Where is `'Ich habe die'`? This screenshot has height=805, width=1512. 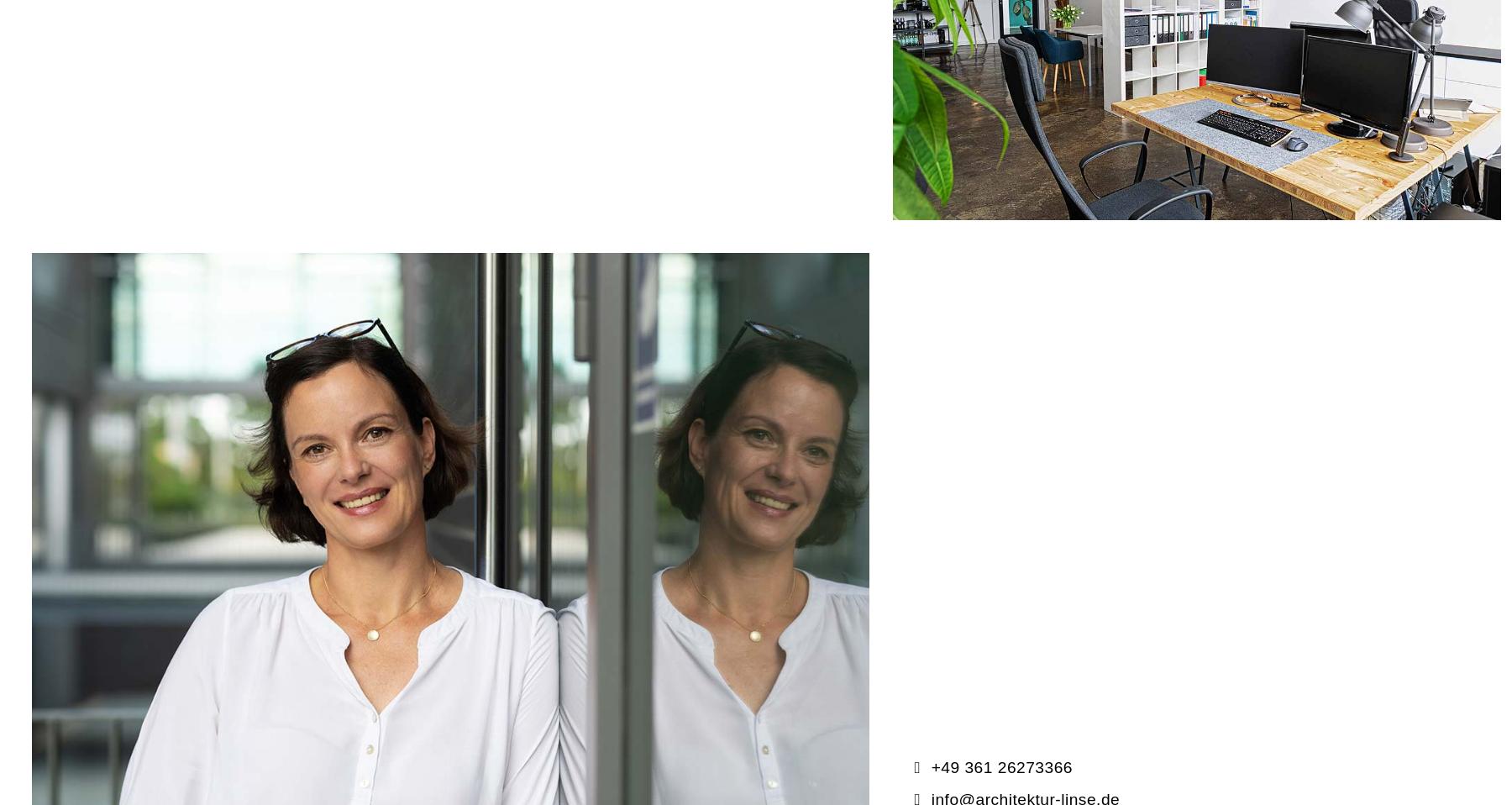
'Ich habe die' is located at coordinates (217, 582).